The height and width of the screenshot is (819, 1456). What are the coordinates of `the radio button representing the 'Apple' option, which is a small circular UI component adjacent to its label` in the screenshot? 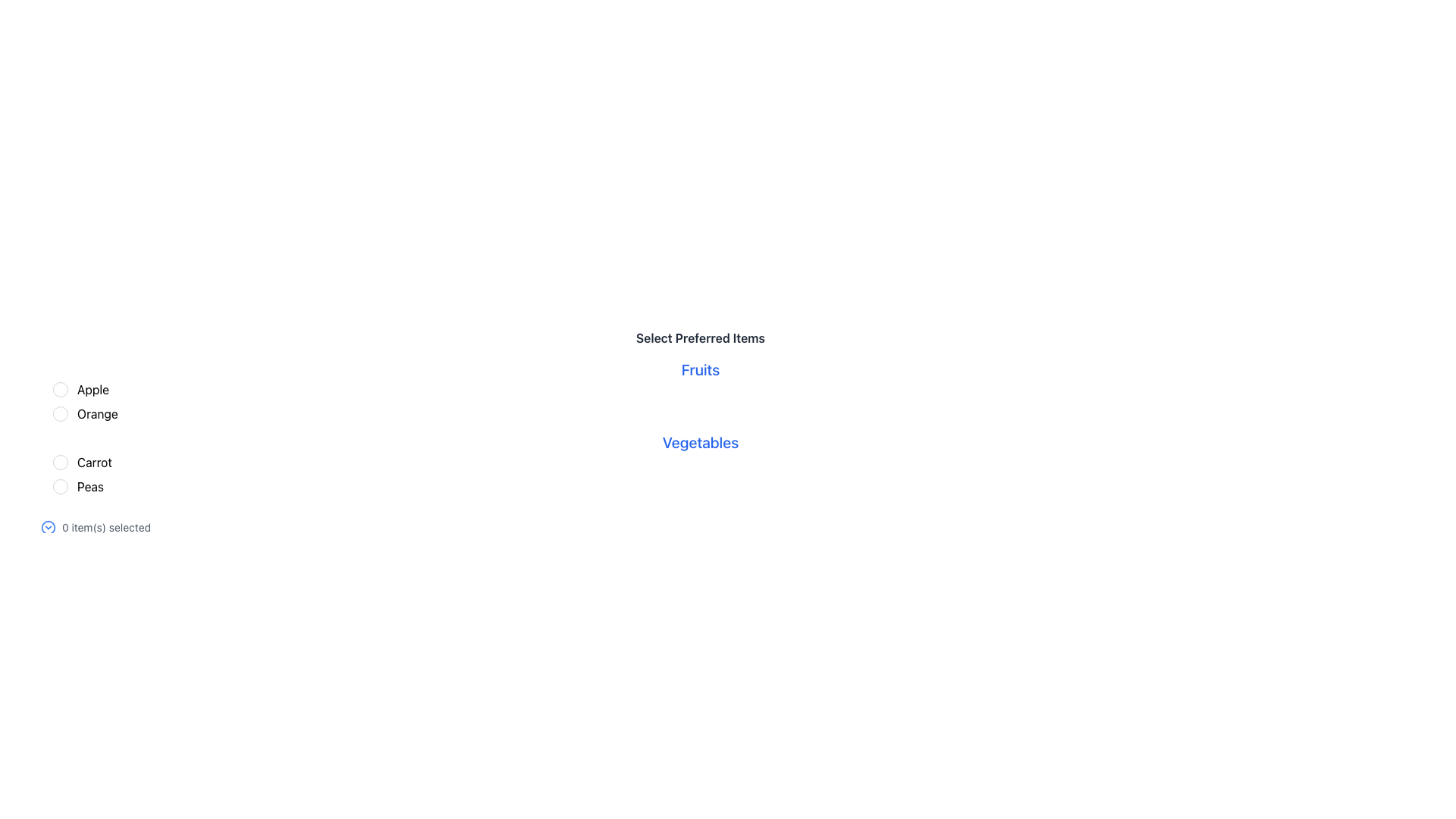 It's located at (61, 388).